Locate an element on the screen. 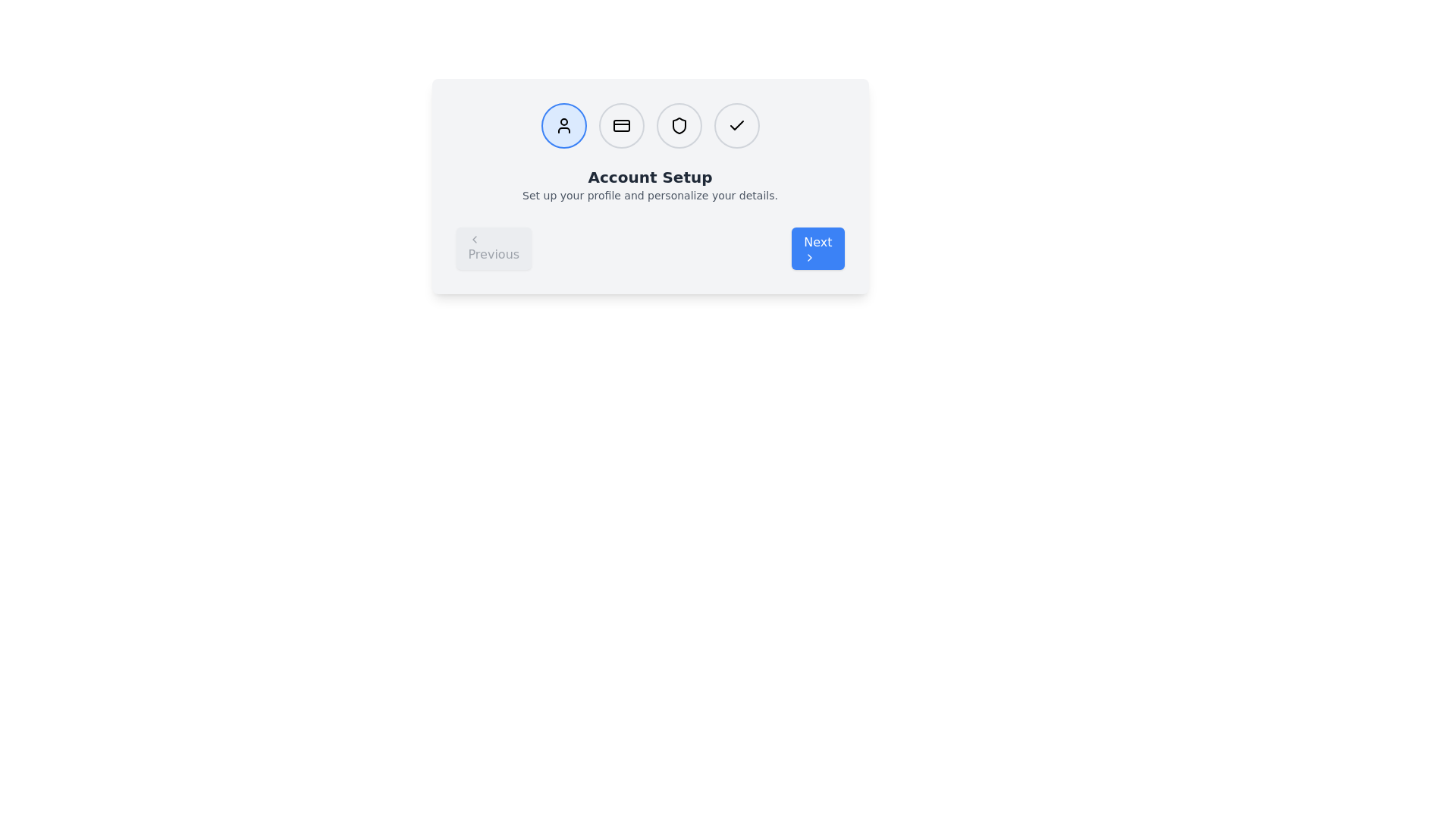 Image resolution: width=1456 pixels, height=819 pixels. the shield-shaped icon within the circular button located at the top of the card component is located at coordinates (678, 124).